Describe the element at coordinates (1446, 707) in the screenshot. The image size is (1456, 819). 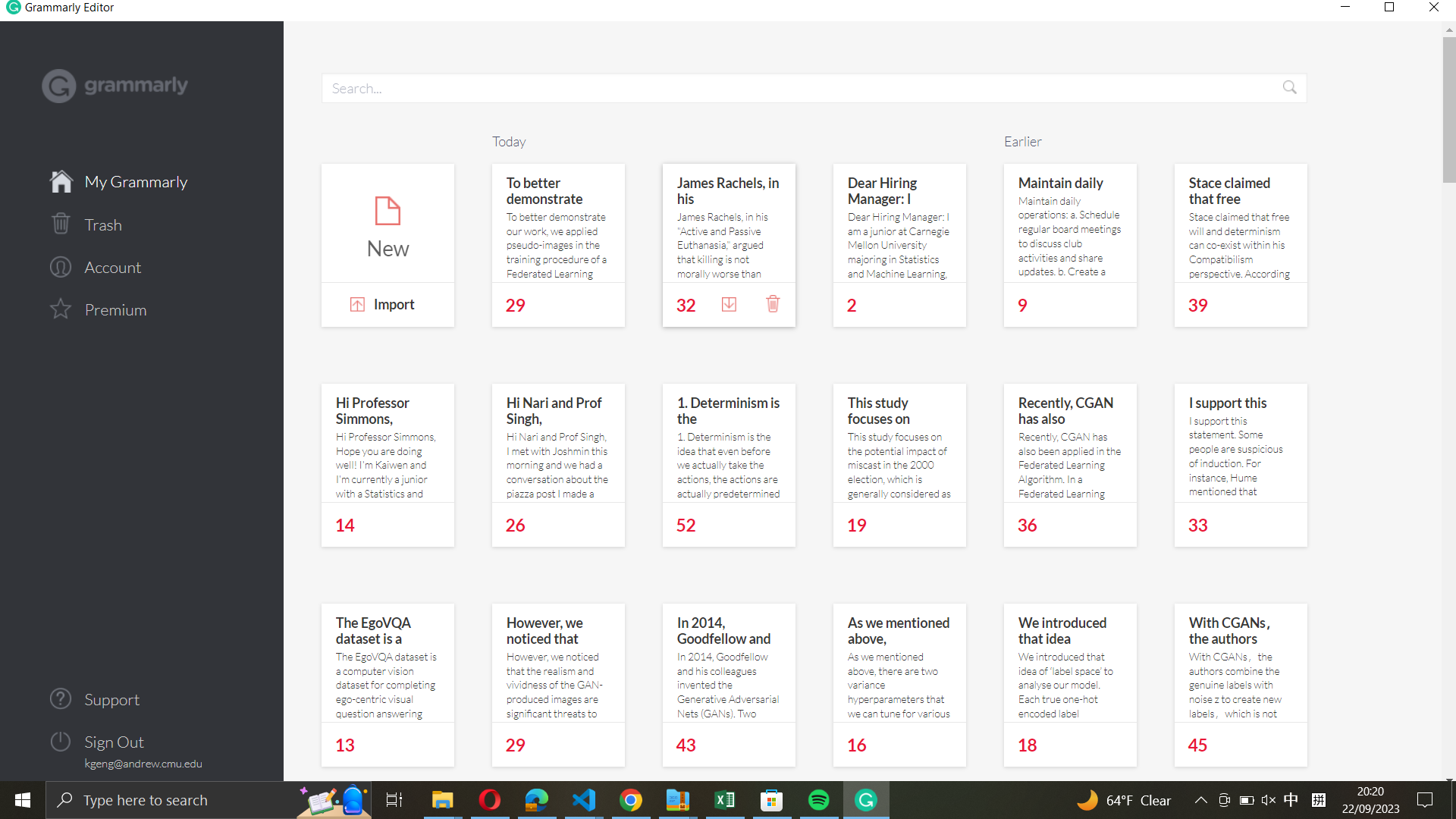
I see `Direct the cursor to the page end` at that location.